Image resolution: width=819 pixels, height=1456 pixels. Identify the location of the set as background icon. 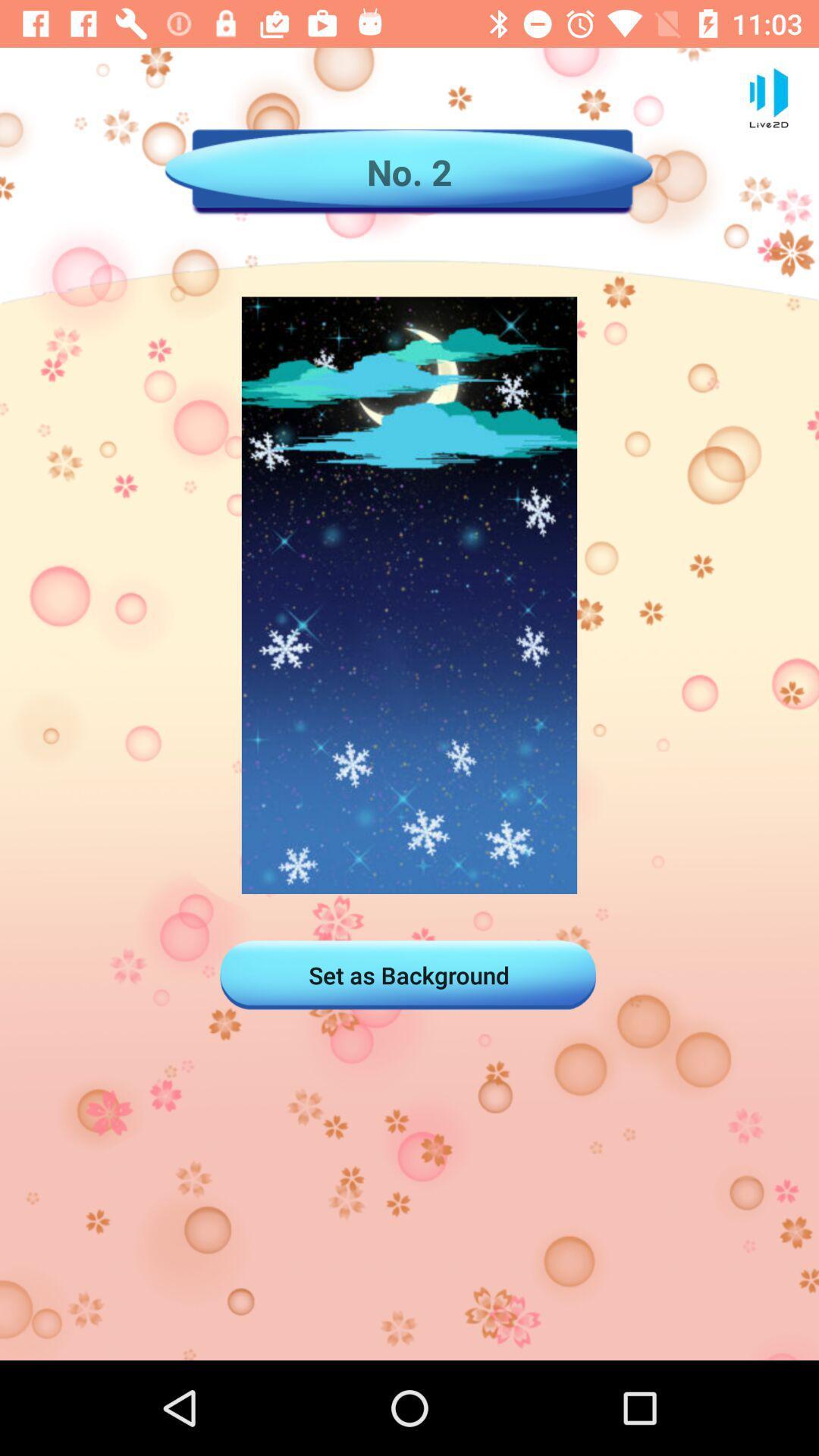
(408, 974).